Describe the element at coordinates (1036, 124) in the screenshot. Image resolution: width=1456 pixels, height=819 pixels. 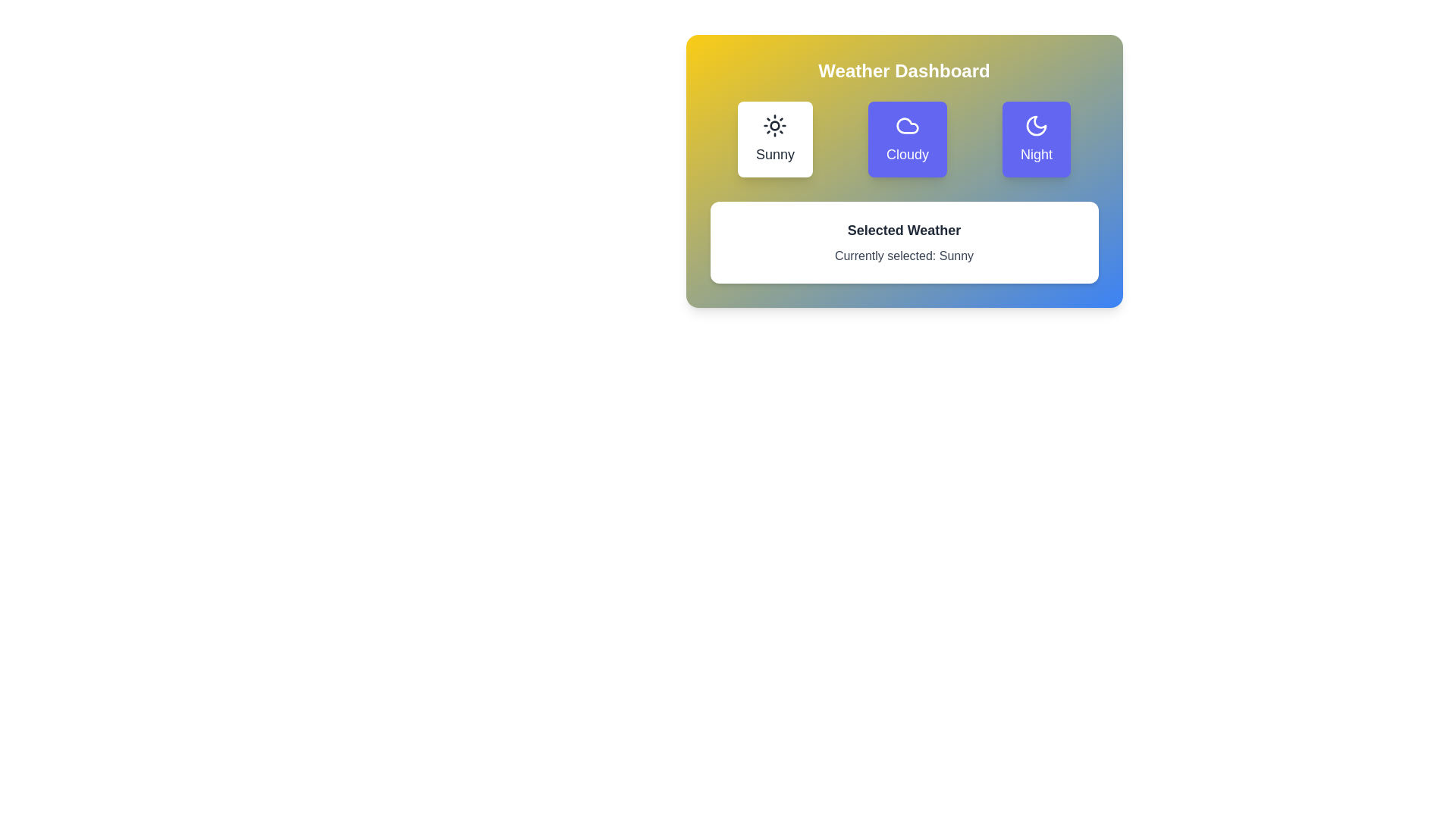
I see `the crescent moon icon in the third button from the left, labeled 'Night'` at that location.